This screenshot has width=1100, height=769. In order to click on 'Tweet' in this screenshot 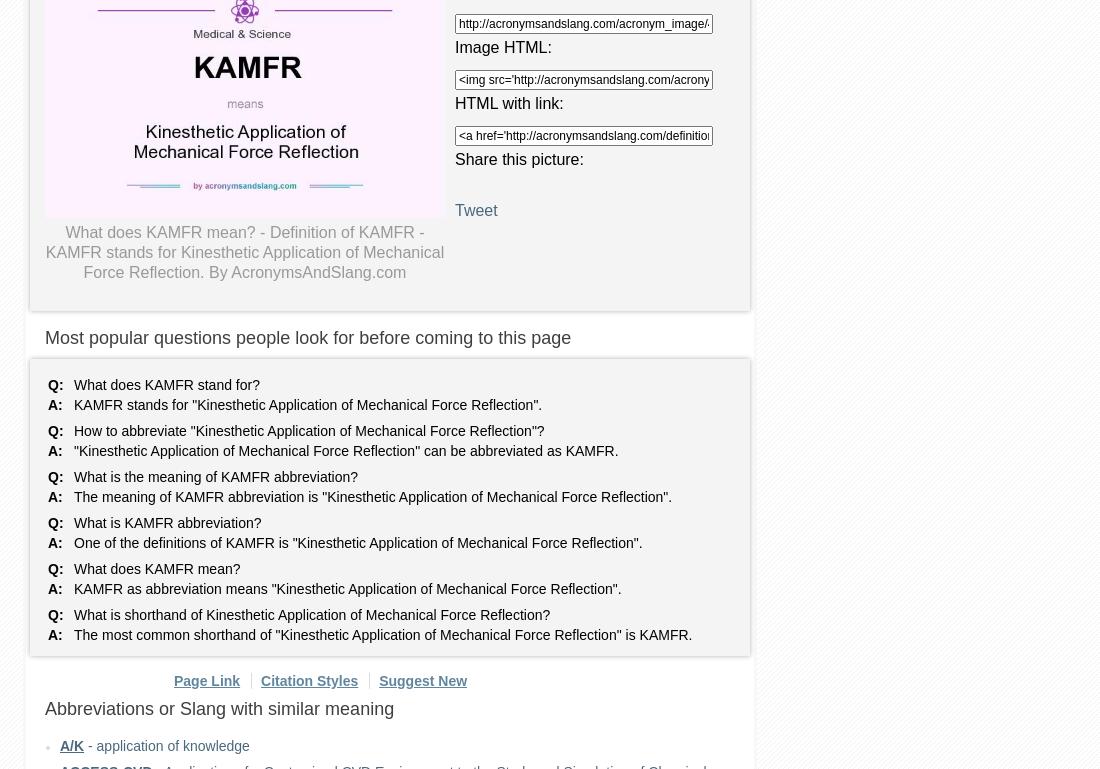, I will do `click(453, 210)`.